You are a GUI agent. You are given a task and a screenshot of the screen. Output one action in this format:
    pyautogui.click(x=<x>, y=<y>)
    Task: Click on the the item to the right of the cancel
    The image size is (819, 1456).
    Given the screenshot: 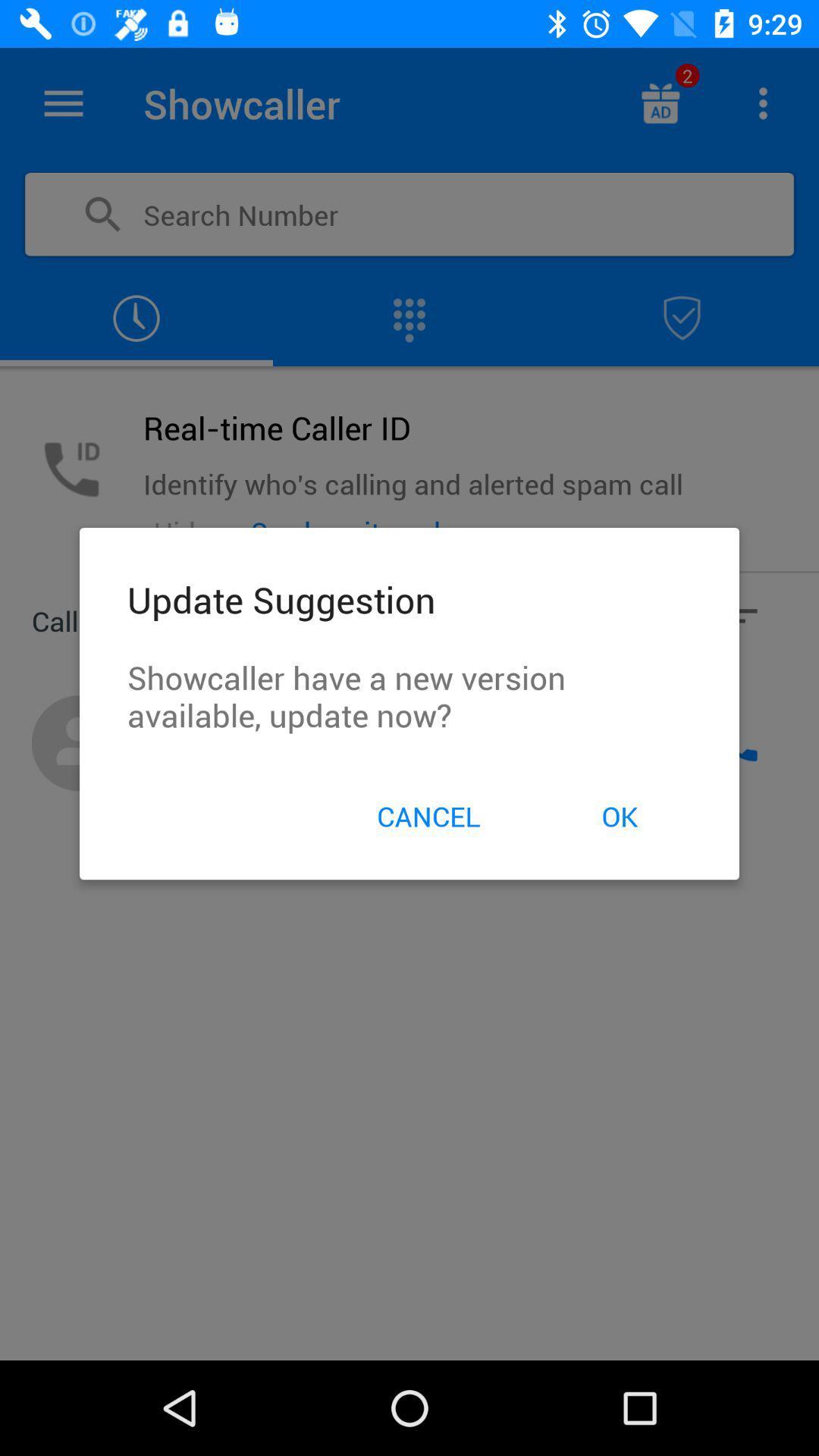 What is the action you would take?
    pyautogui.click(x=620, y=815)
    